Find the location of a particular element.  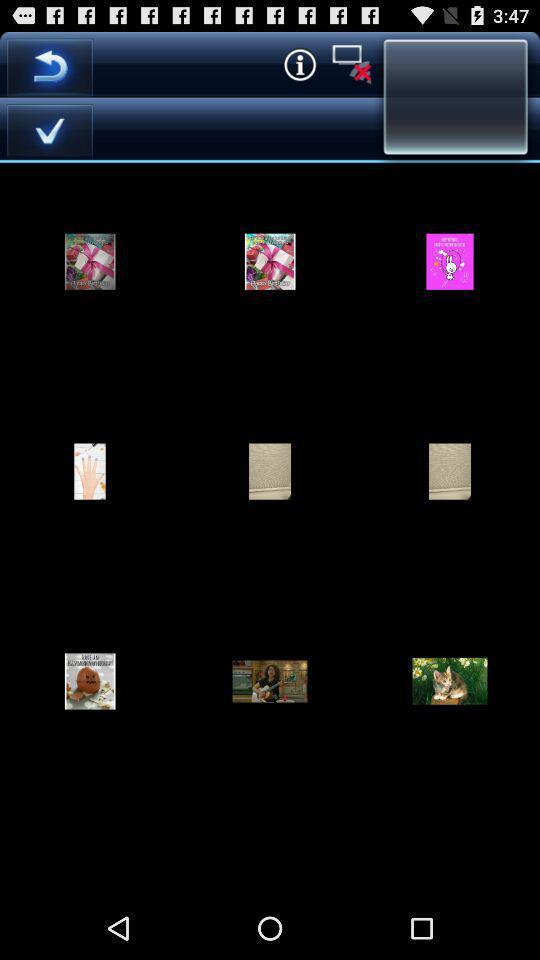

the check icon is located at coordinates (50, 138).